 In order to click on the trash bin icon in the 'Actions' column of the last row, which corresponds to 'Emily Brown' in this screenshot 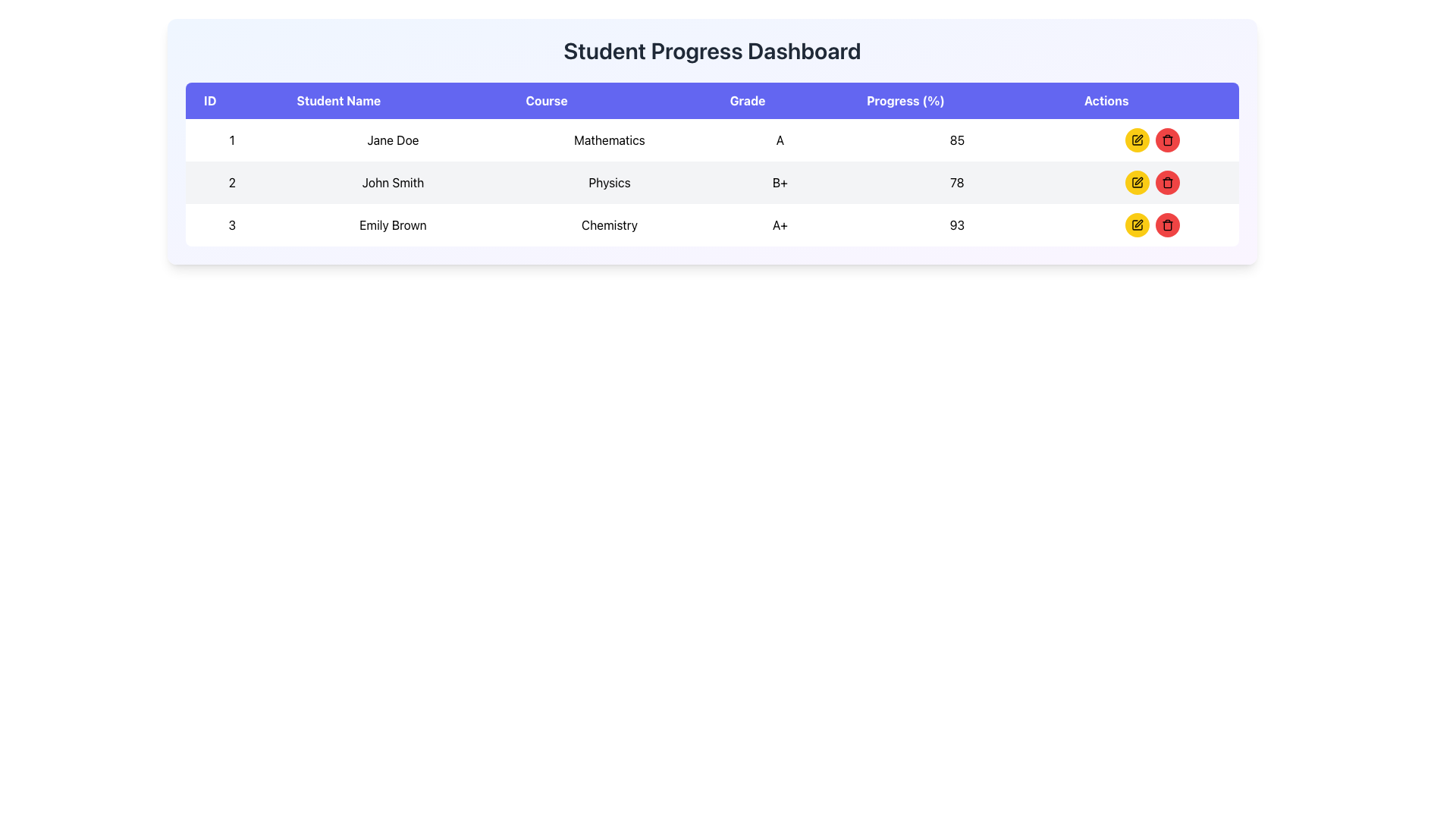, I will do `click(1166, 226)`.